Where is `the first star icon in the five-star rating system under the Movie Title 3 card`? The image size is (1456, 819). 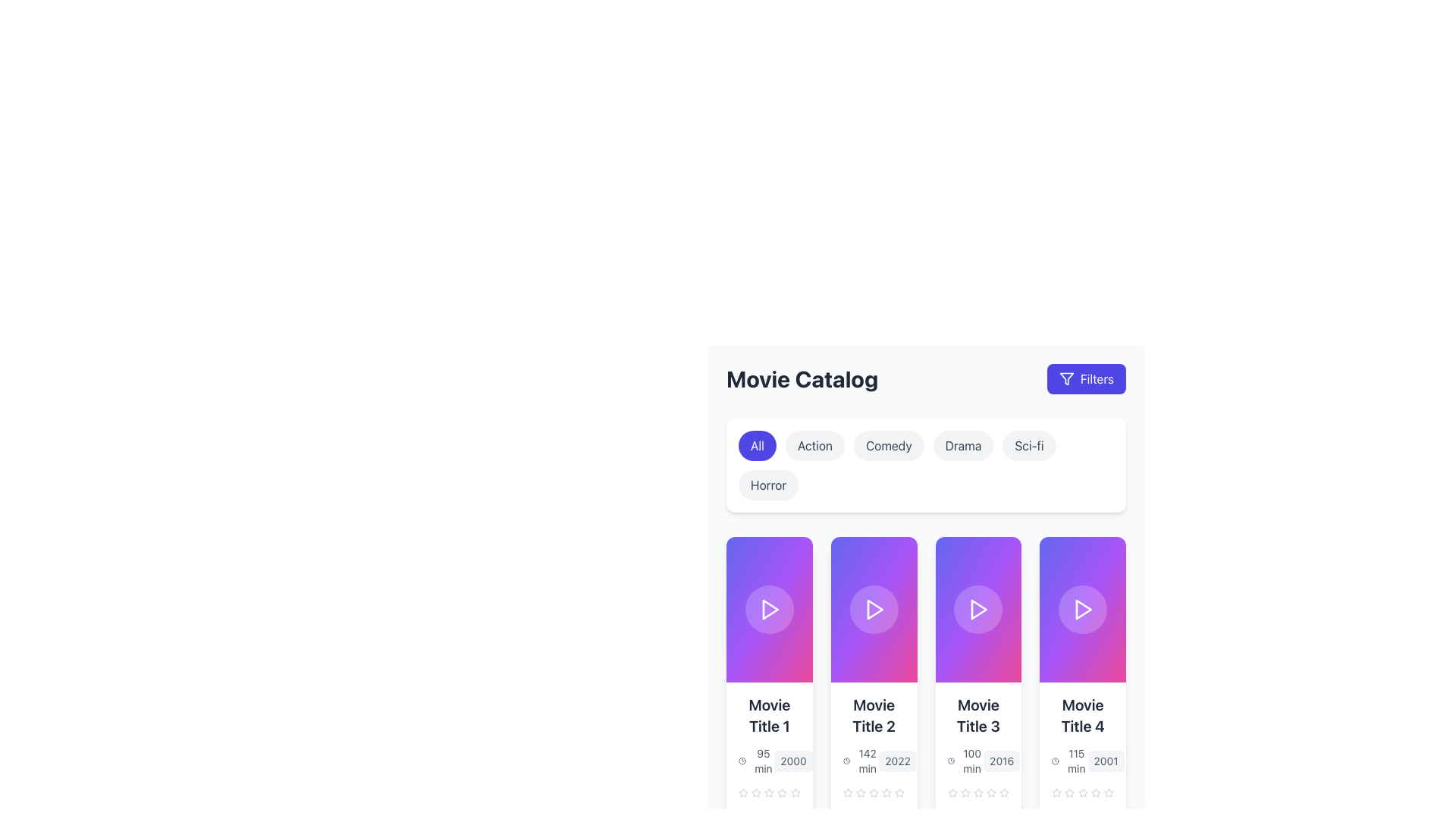
the first star icon in the five-star rating system under the Movie Title 3 card is located at coordinates (965, 792).